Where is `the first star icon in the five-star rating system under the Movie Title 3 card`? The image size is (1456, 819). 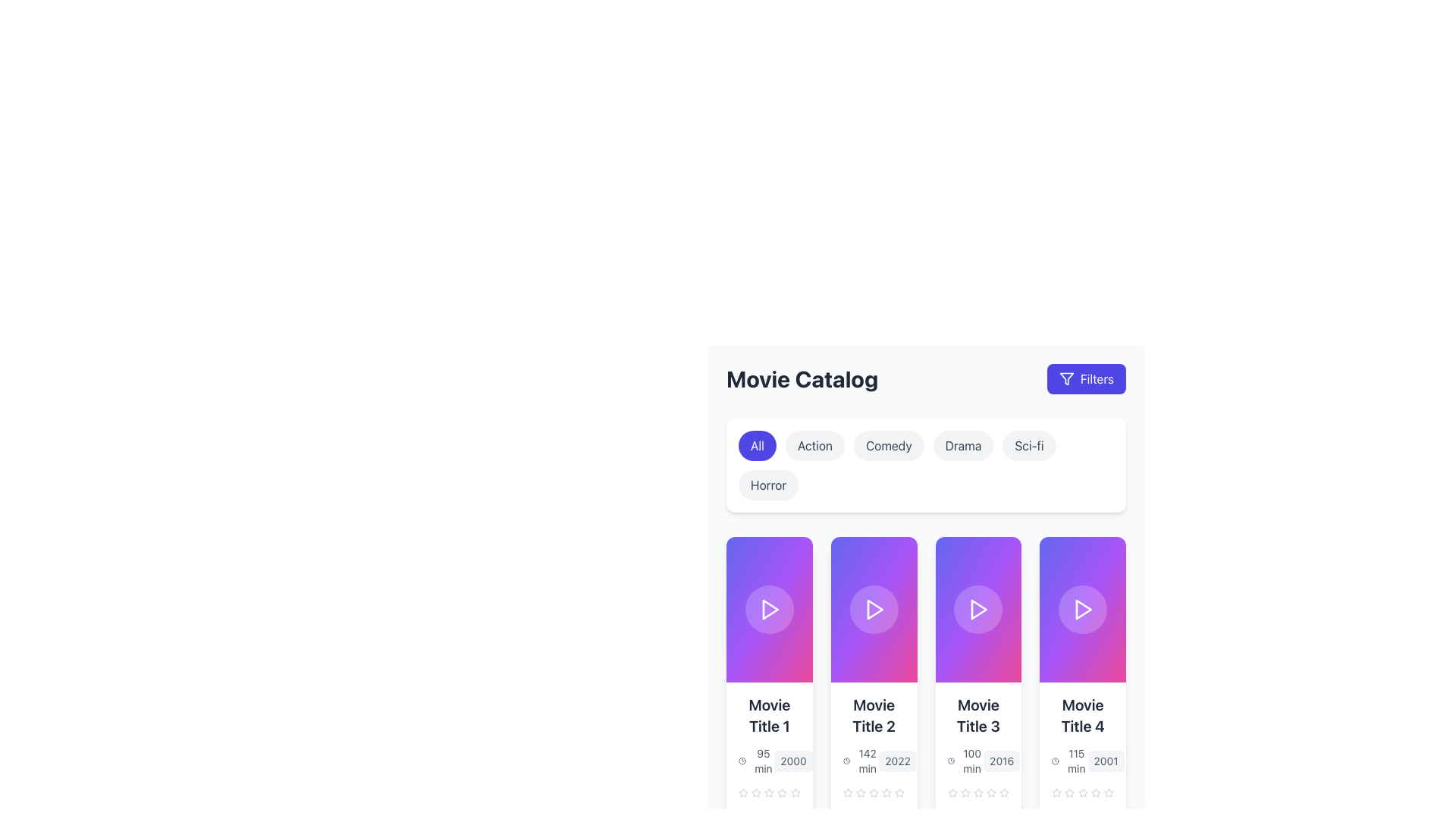
the first star icon in the five-star rating system under the Movie Title 3 card is located at coordinates (965, 792).